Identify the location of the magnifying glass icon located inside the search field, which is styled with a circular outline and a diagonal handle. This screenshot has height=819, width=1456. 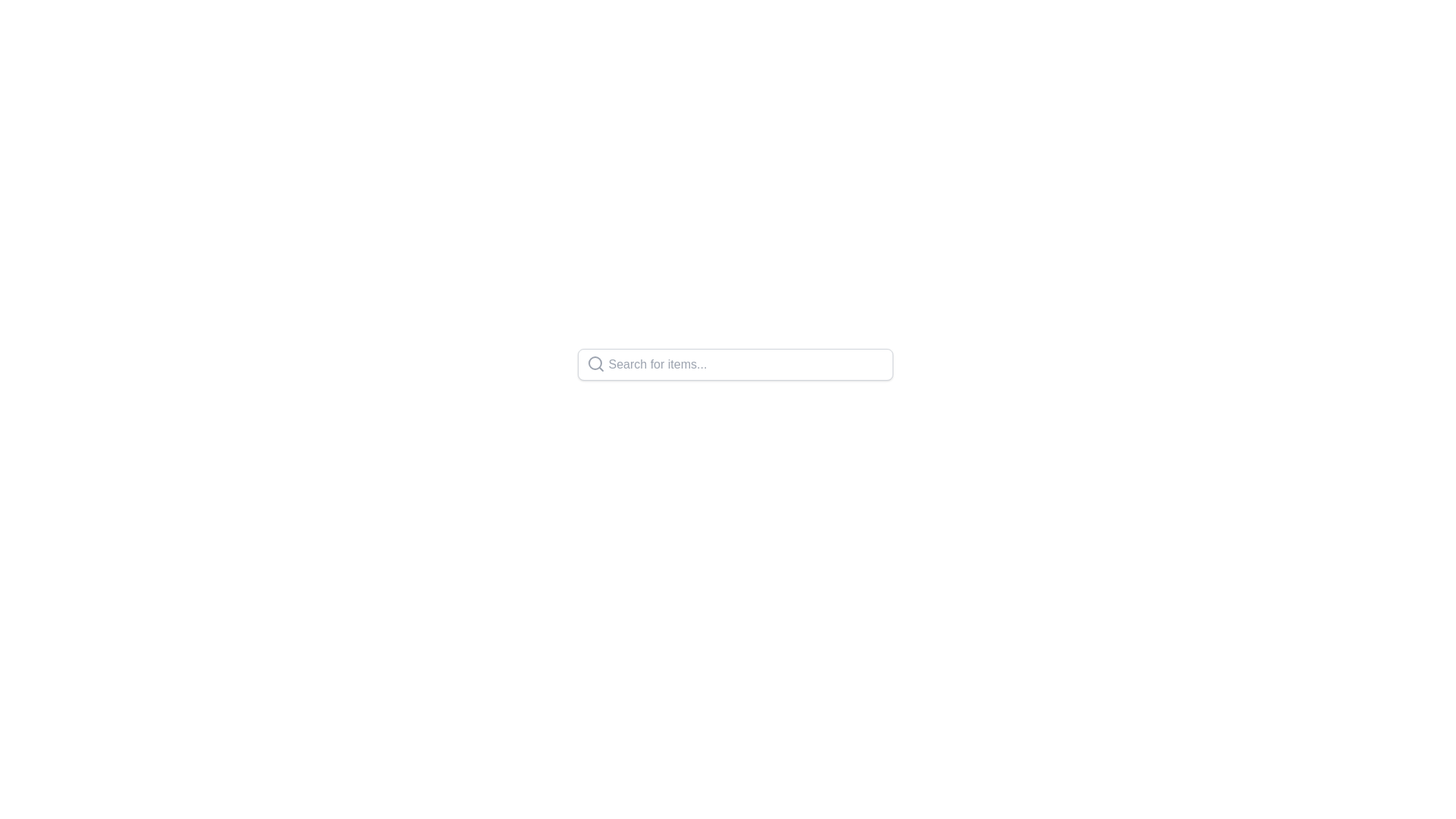
(595, 363).